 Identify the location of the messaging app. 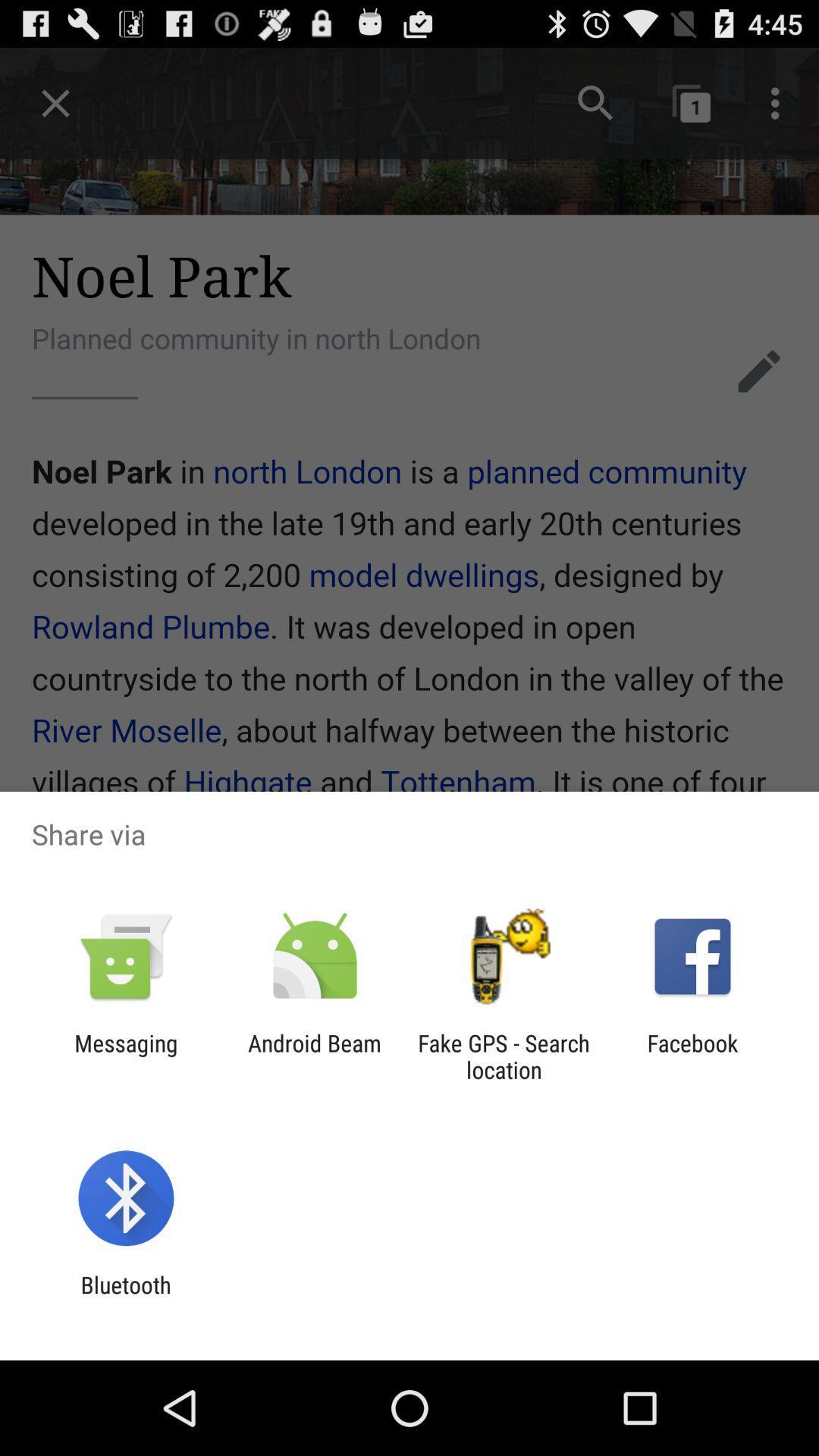
(125, 1056).